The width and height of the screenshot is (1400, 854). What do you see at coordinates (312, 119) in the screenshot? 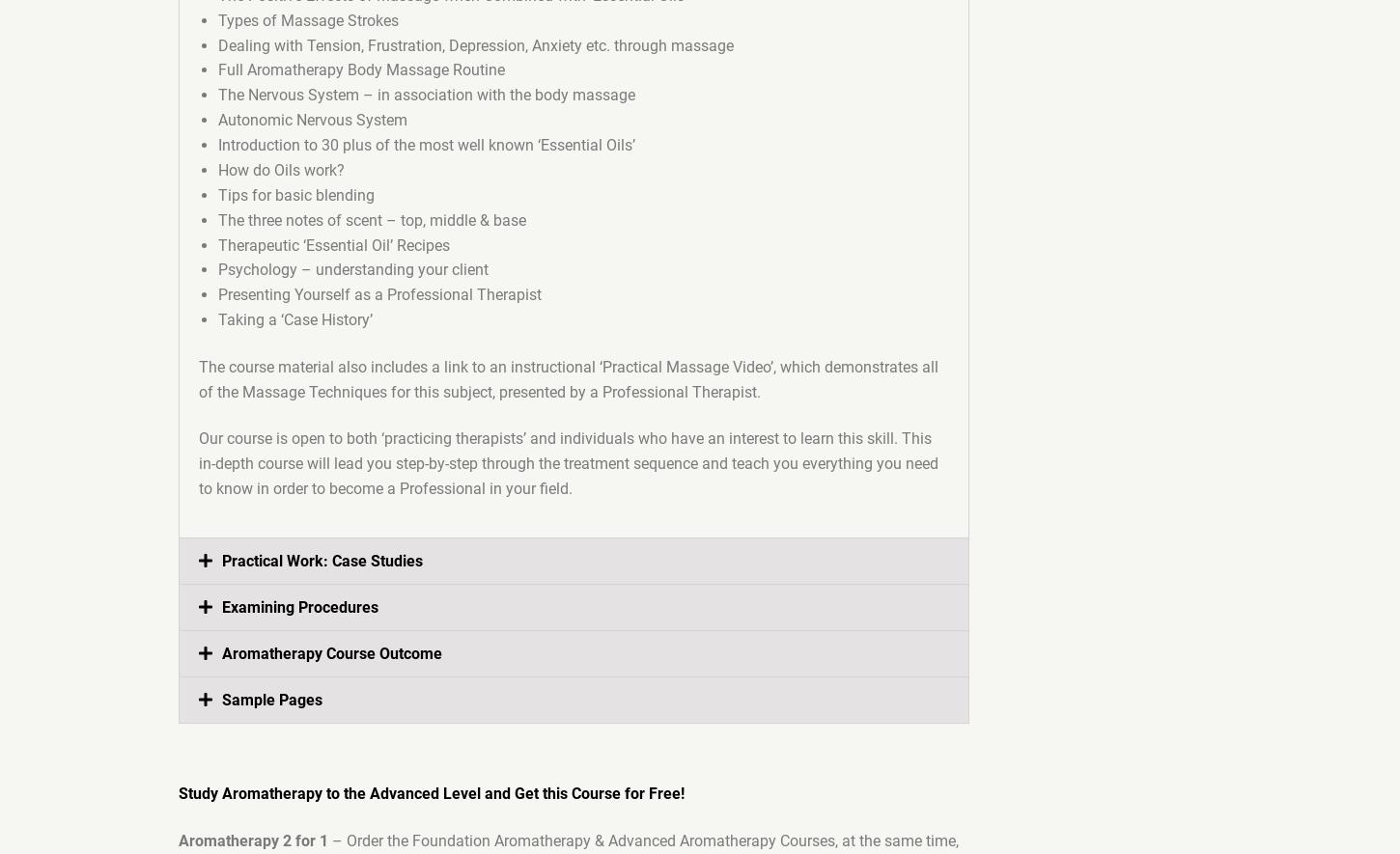
I see `'Autonomic Nervous System'` at bounding box center [312, 119].